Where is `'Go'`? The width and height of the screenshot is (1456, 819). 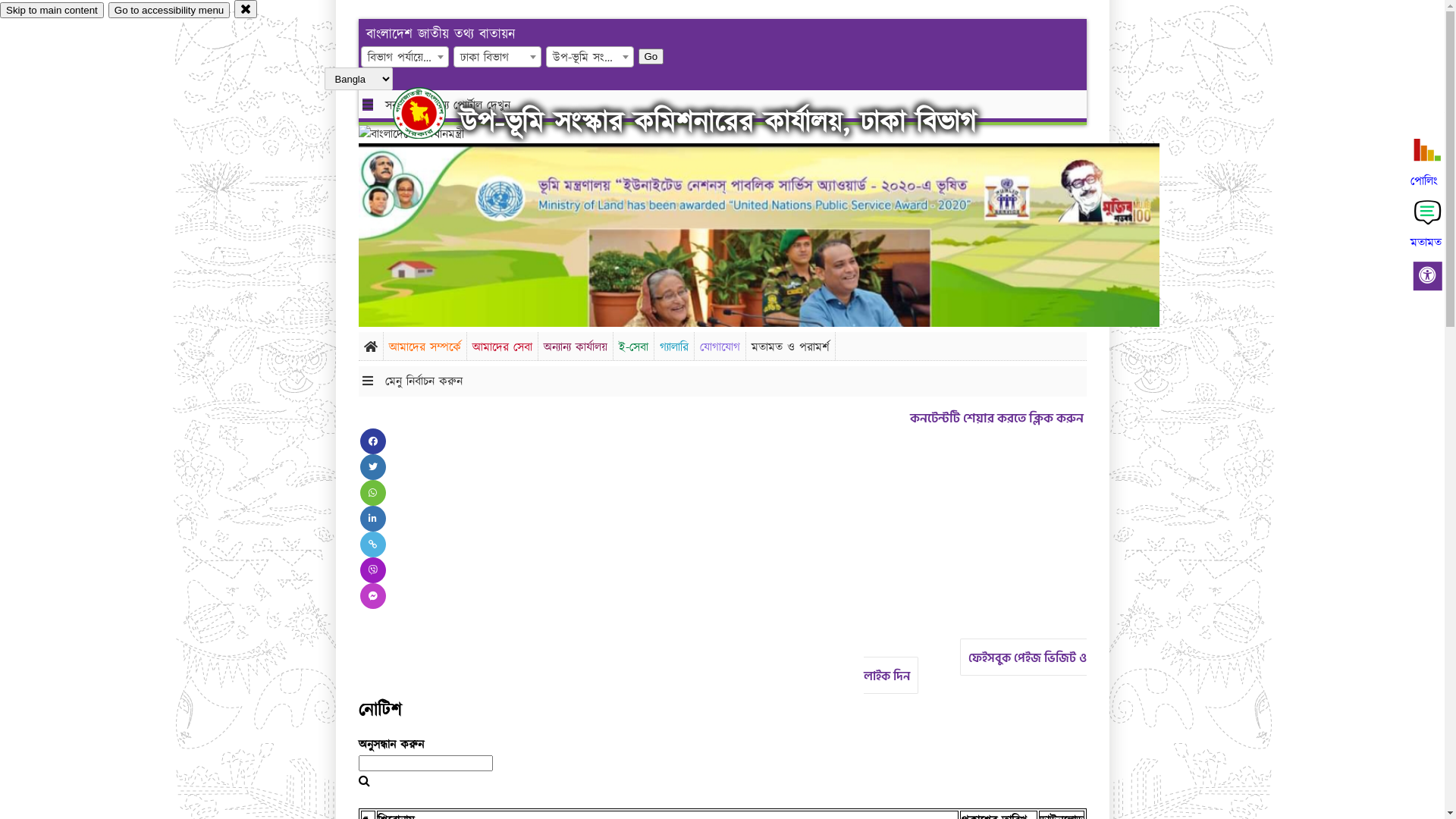
'Go' is located at coordinates (651, 55).